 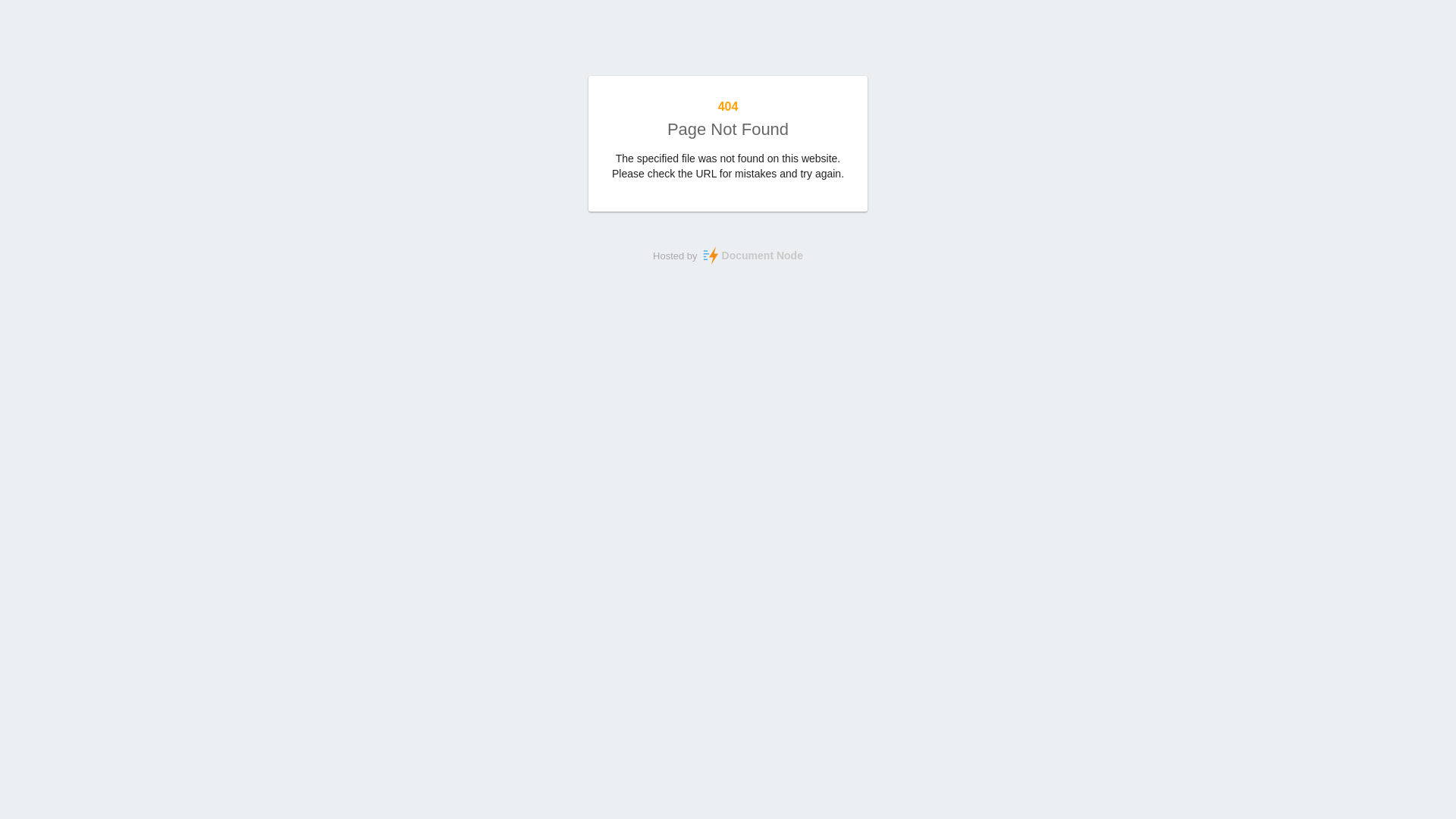 I want to click on 'Document Node', so click(x=750, y=254).